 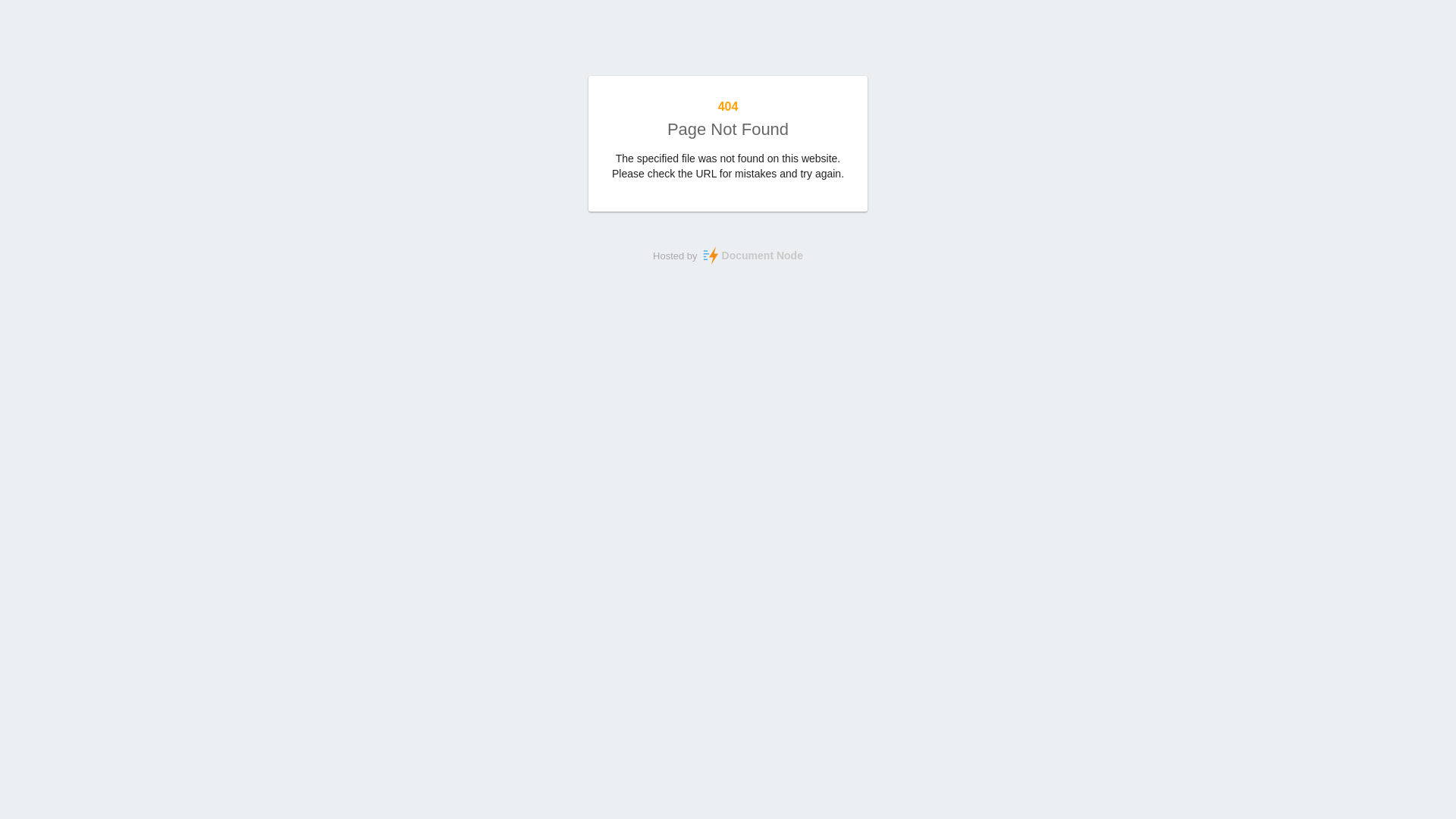 I want to click on 'Document Node', so click(x=750, y=254).